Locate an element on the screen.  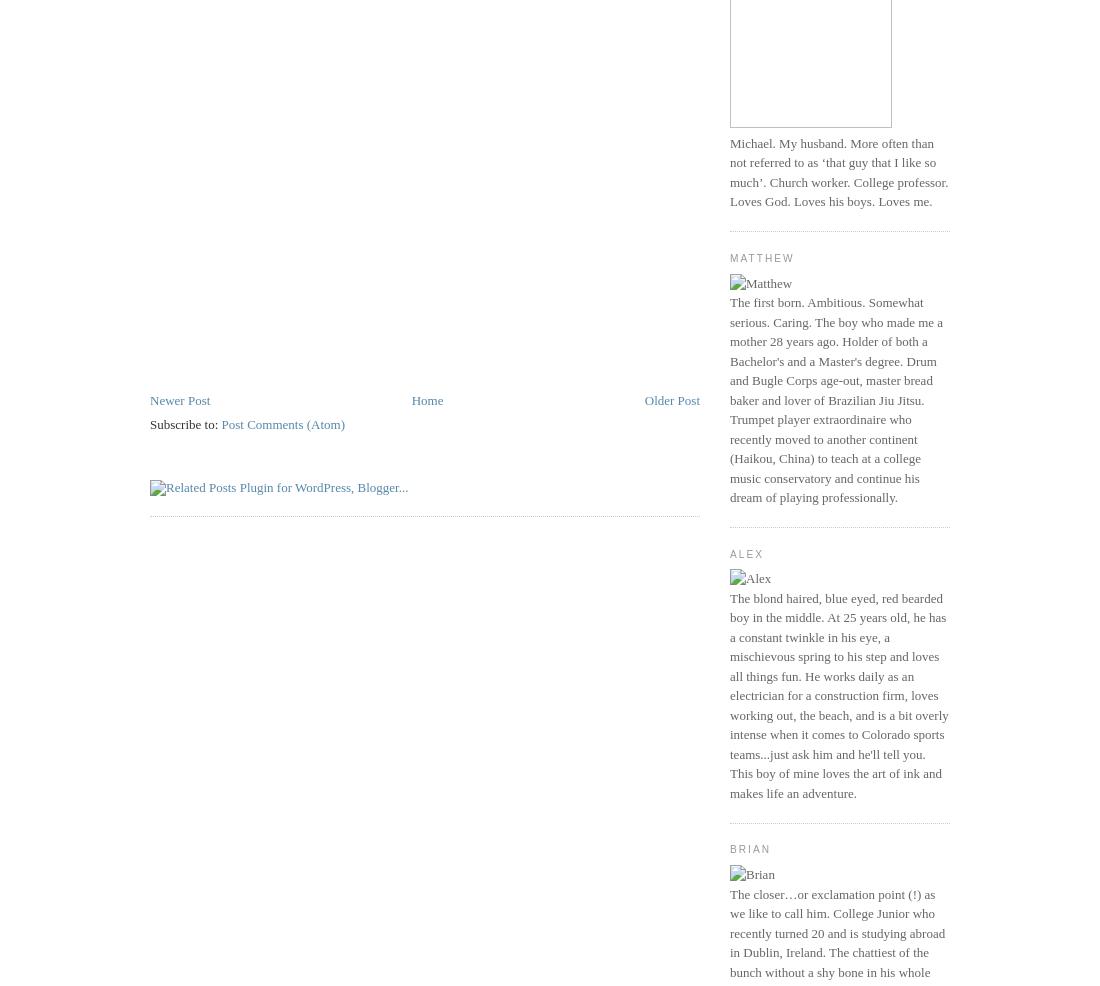
'Matthew' is located at coordinates (761, 257).